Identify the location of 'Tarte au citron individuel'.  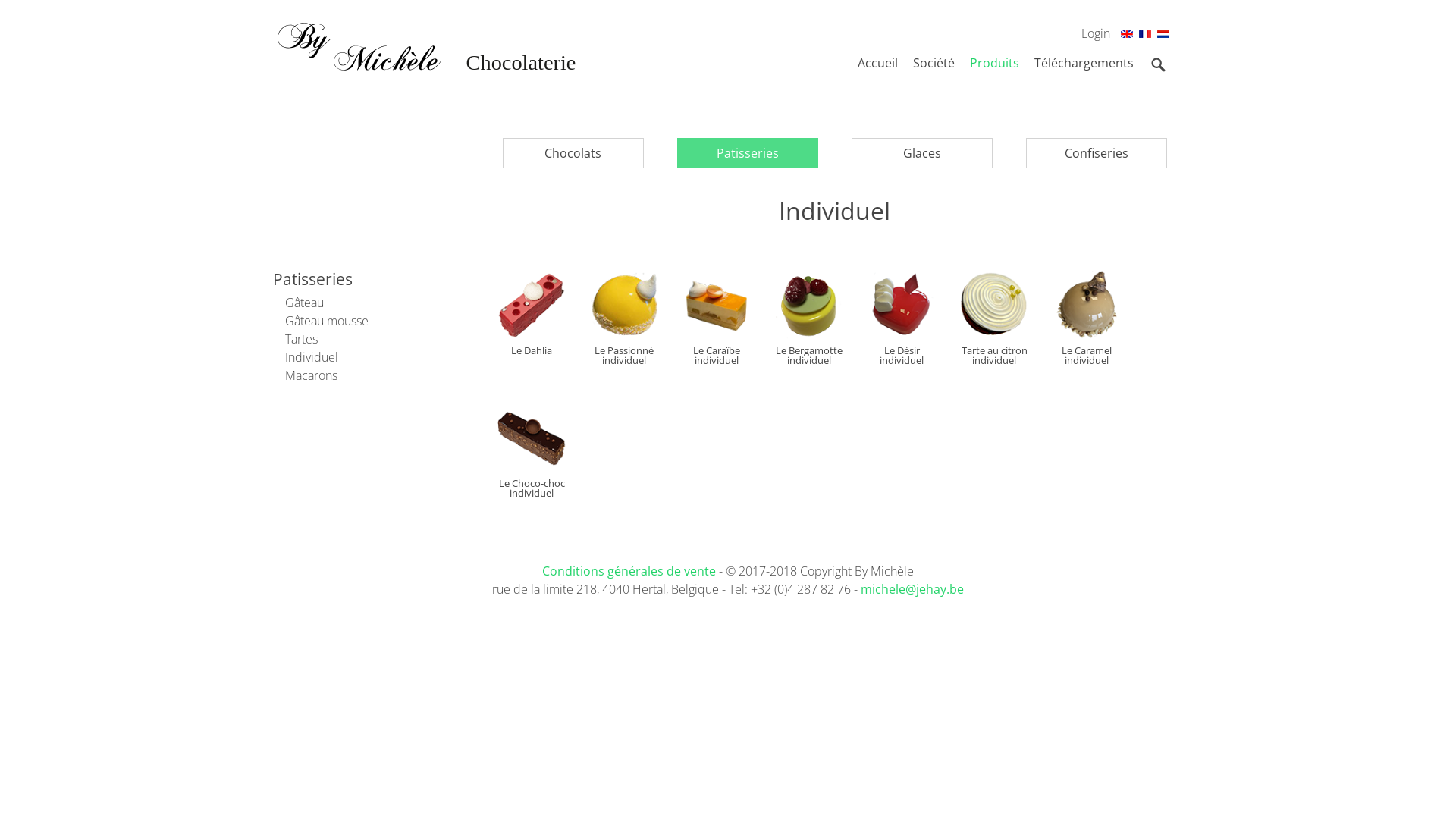
(993, 318).